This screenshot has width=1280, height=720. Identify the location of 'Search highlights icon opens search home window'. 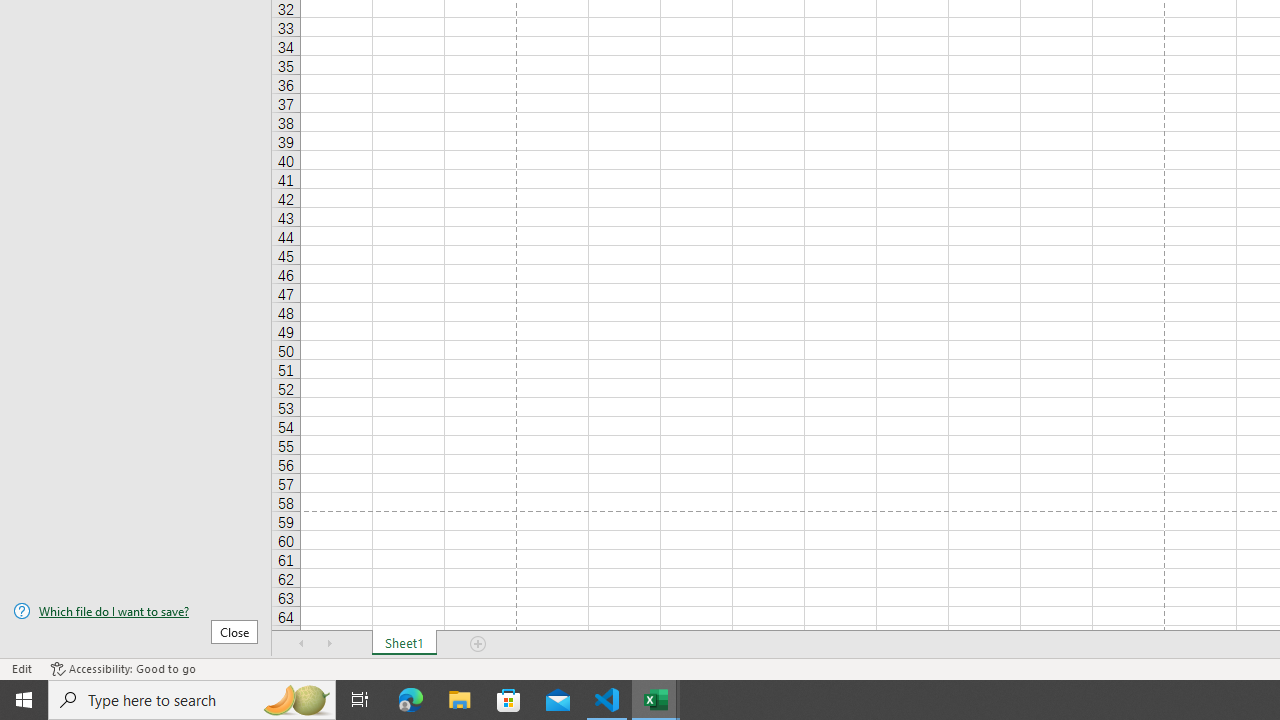
(294, 698).